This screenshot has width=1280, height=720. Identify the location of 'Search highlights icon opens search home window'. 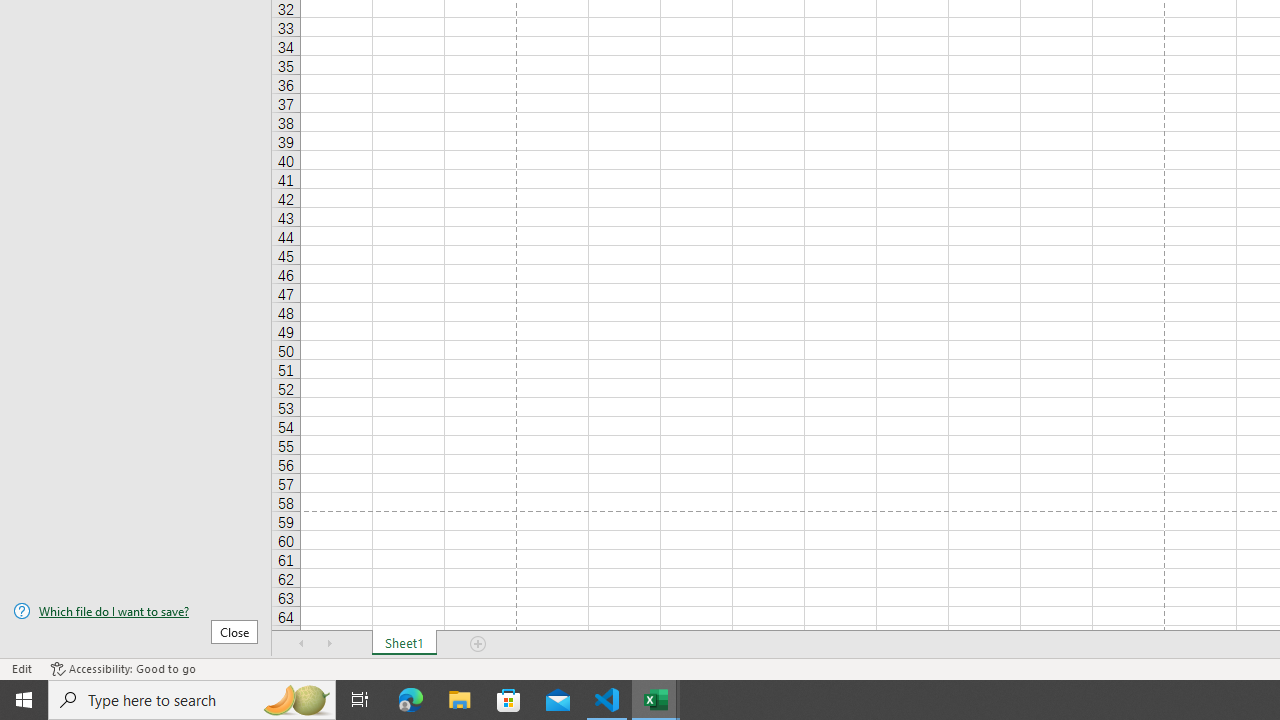
(294, 698).